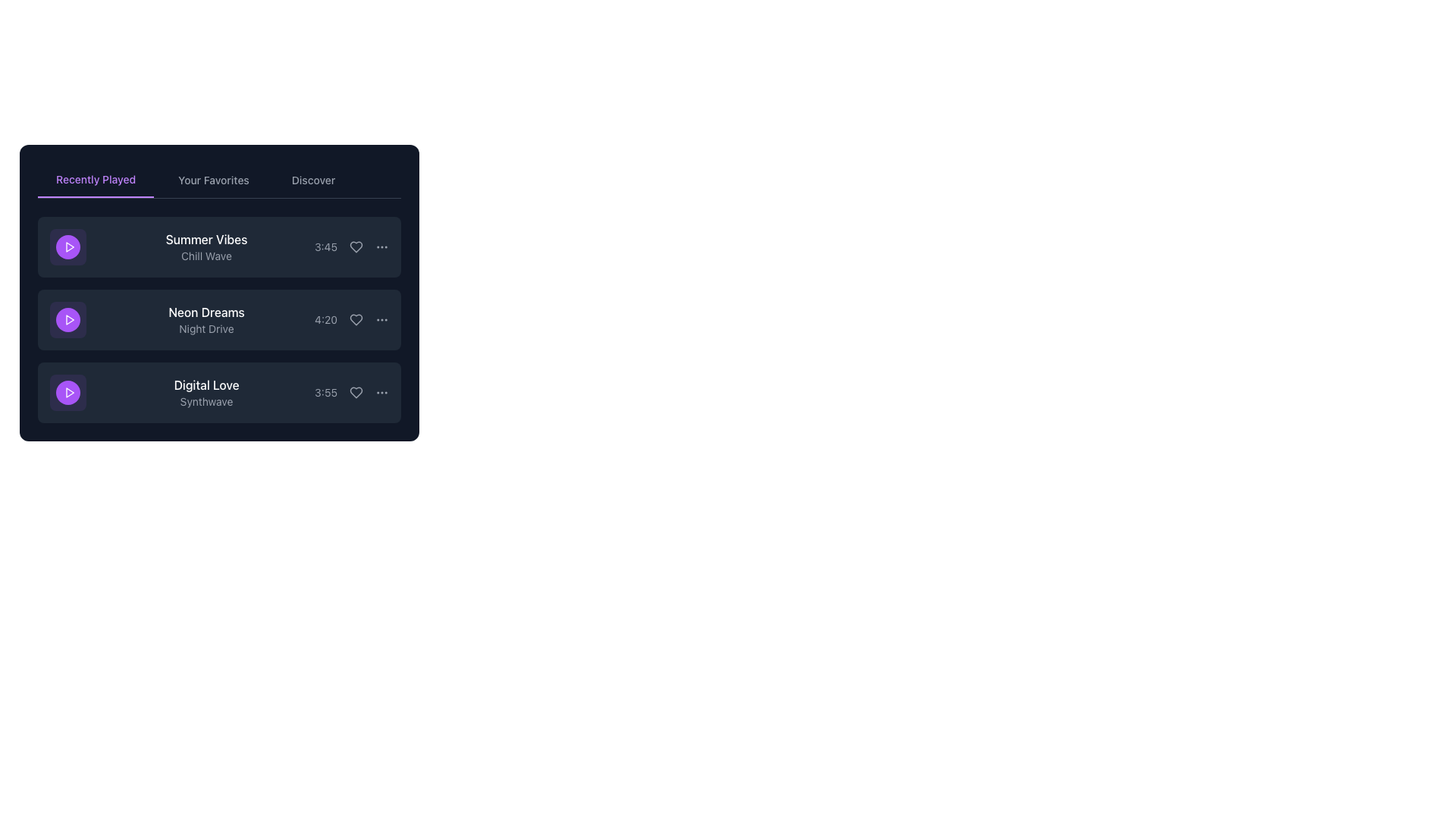  Describe the element at coordinates (218, 180) in the screenshot. I see `the 'Your Favorites' tab in the horizontal navigation bar` at that location.